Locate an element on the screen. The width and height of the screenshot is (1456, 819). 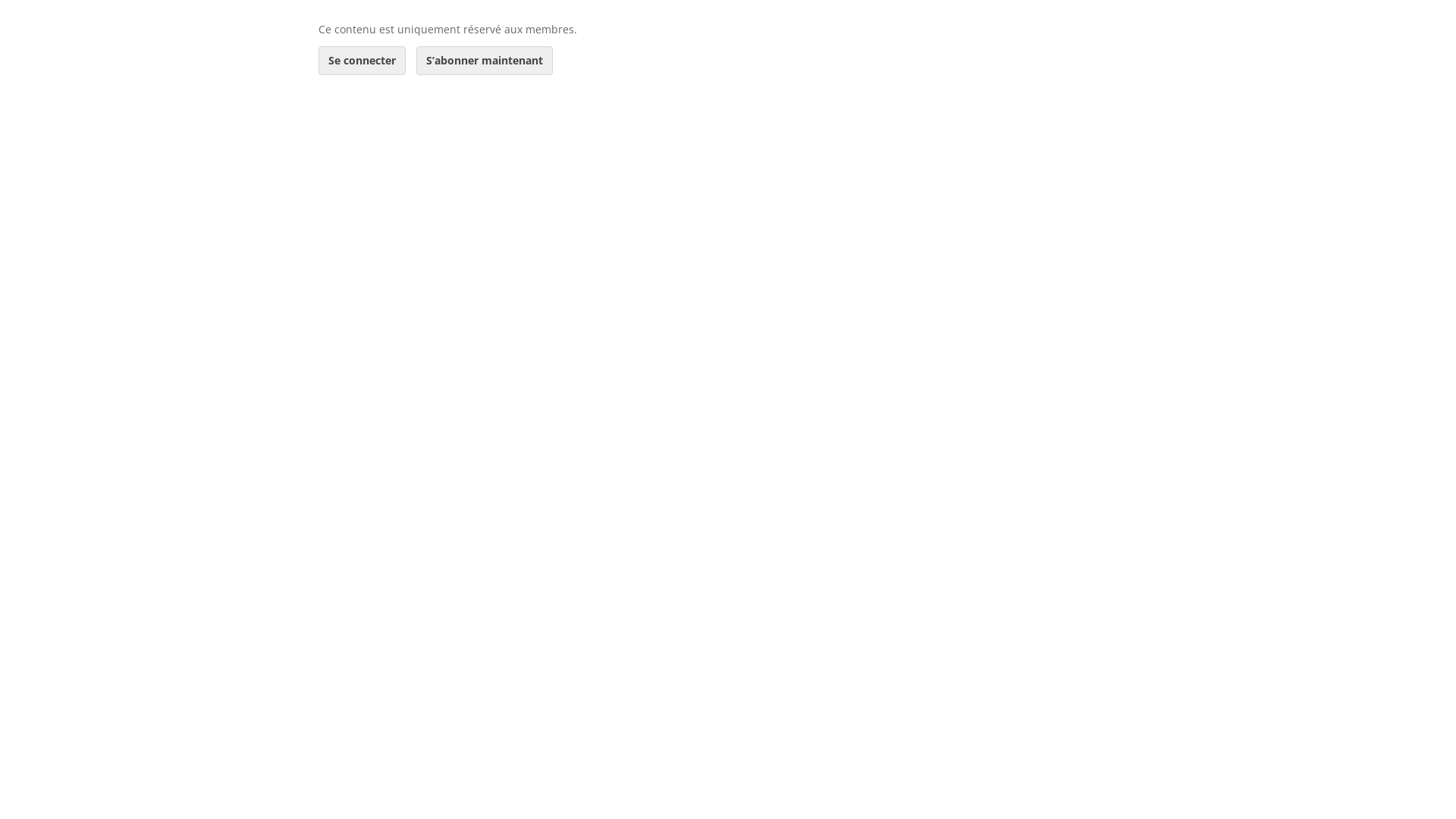
'Se connecter' is located at coordinates (361, 60).